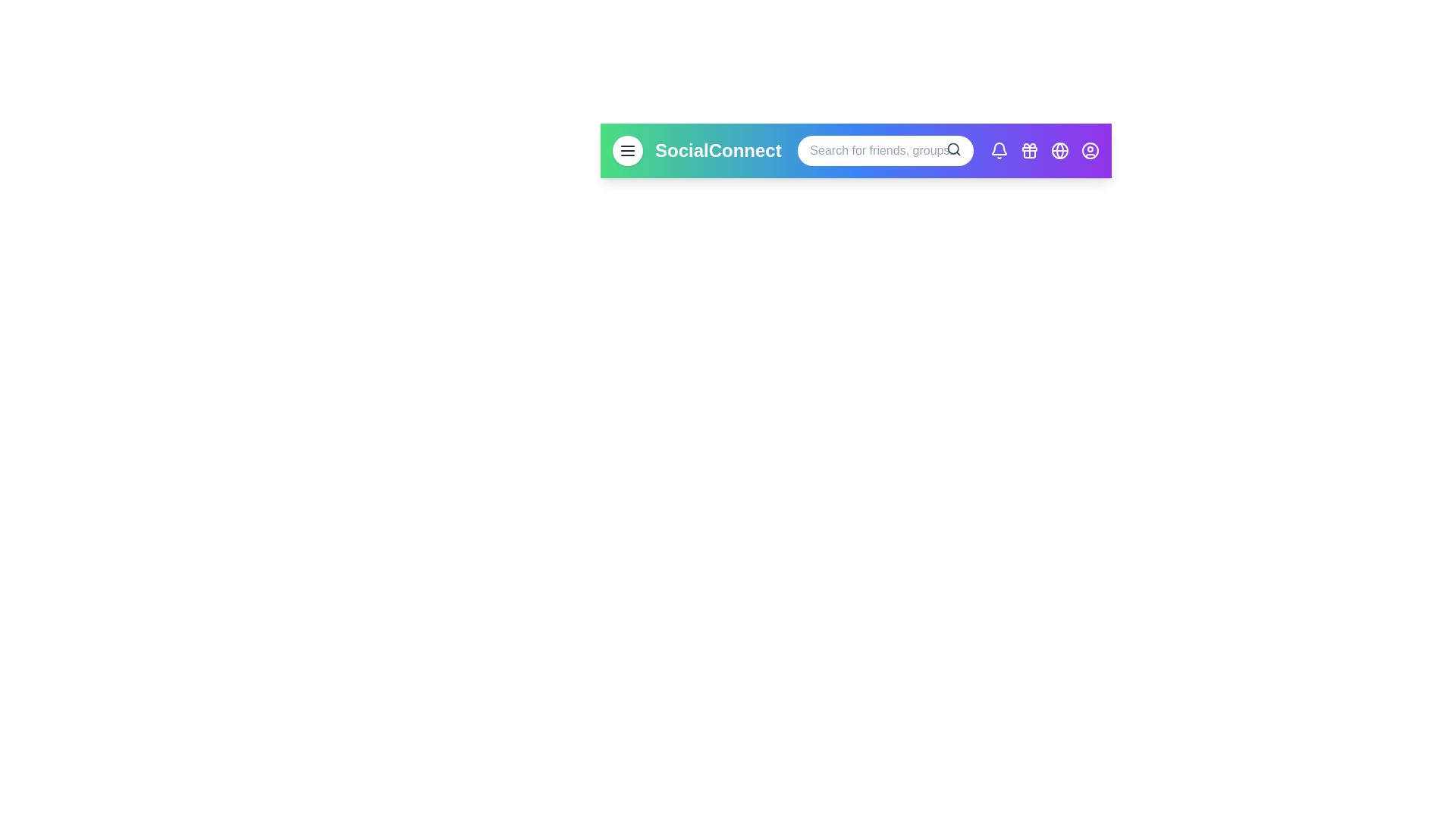 The width and height of the screenshot is (1456, 819). Describe the element at coordinates (999, 151) in the screenshot. I see `the notifications button` at that location.